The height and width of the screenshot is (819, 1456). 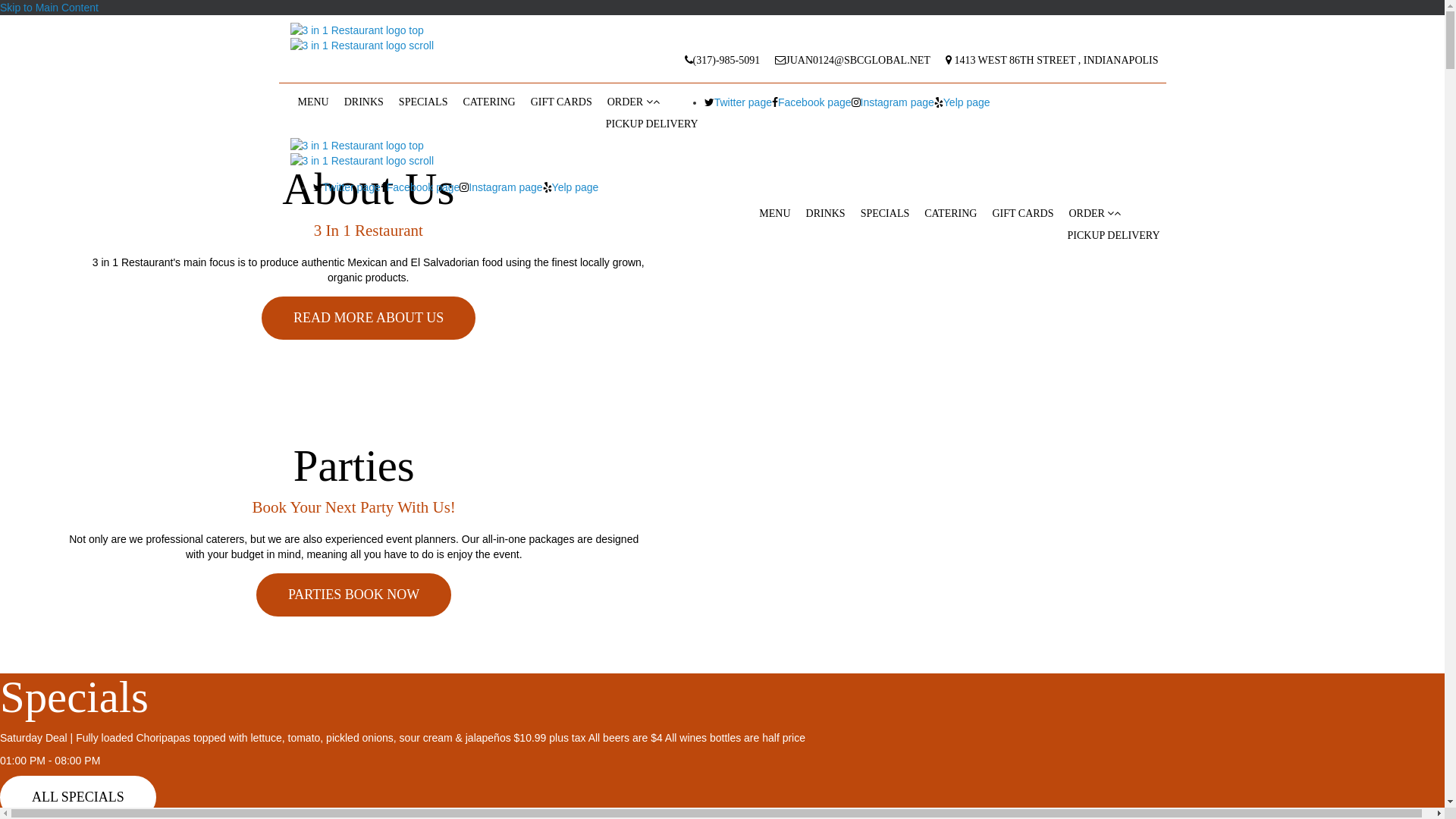 I want to click on 'MENU', so click(x=774, y=213).